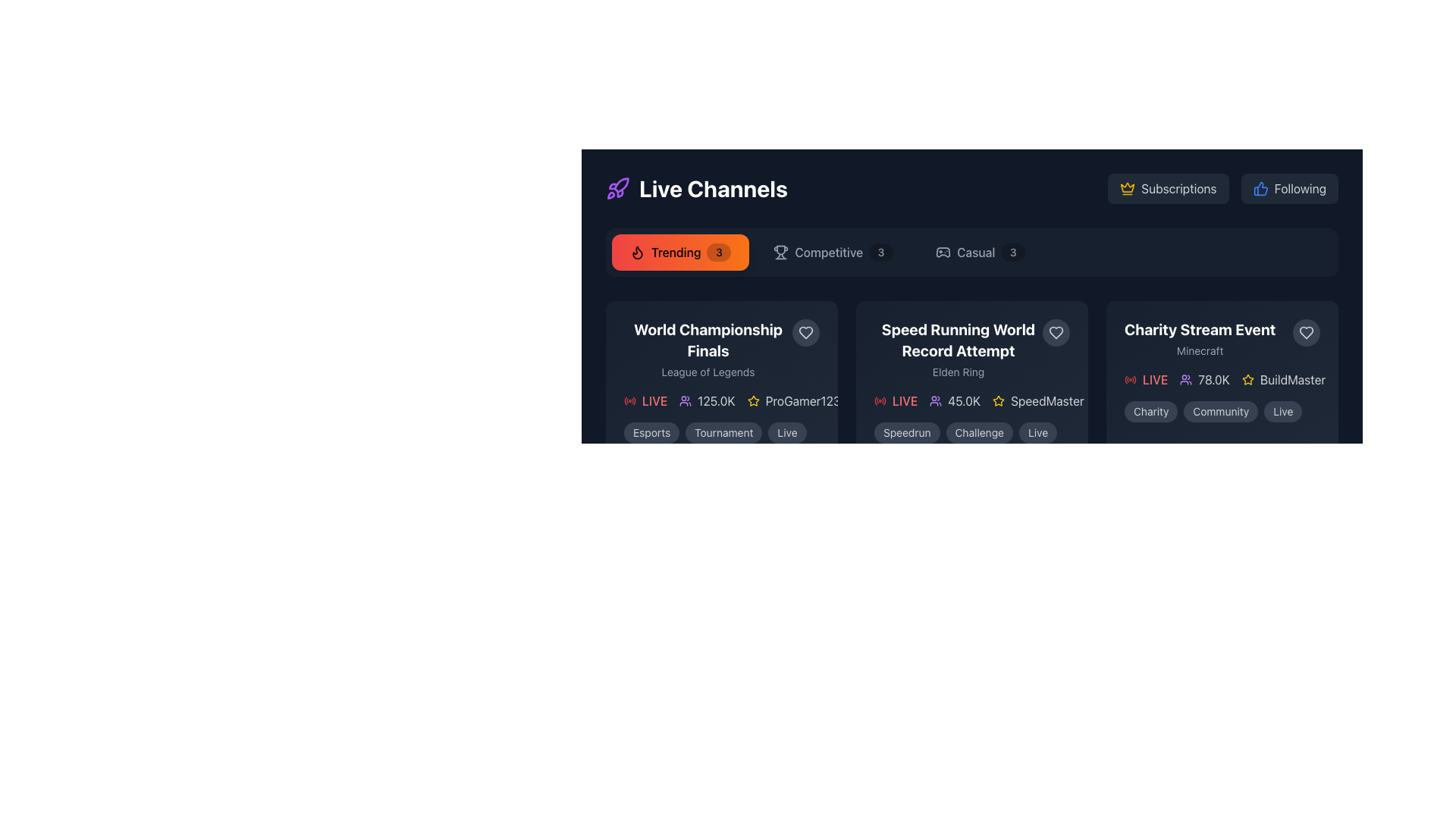  What do you see at coordinates (971, 380) in the screenshot?
I see `the second card in the 'Live Channels' section that showcases a speedrun event` at bounding box center [971, 380].